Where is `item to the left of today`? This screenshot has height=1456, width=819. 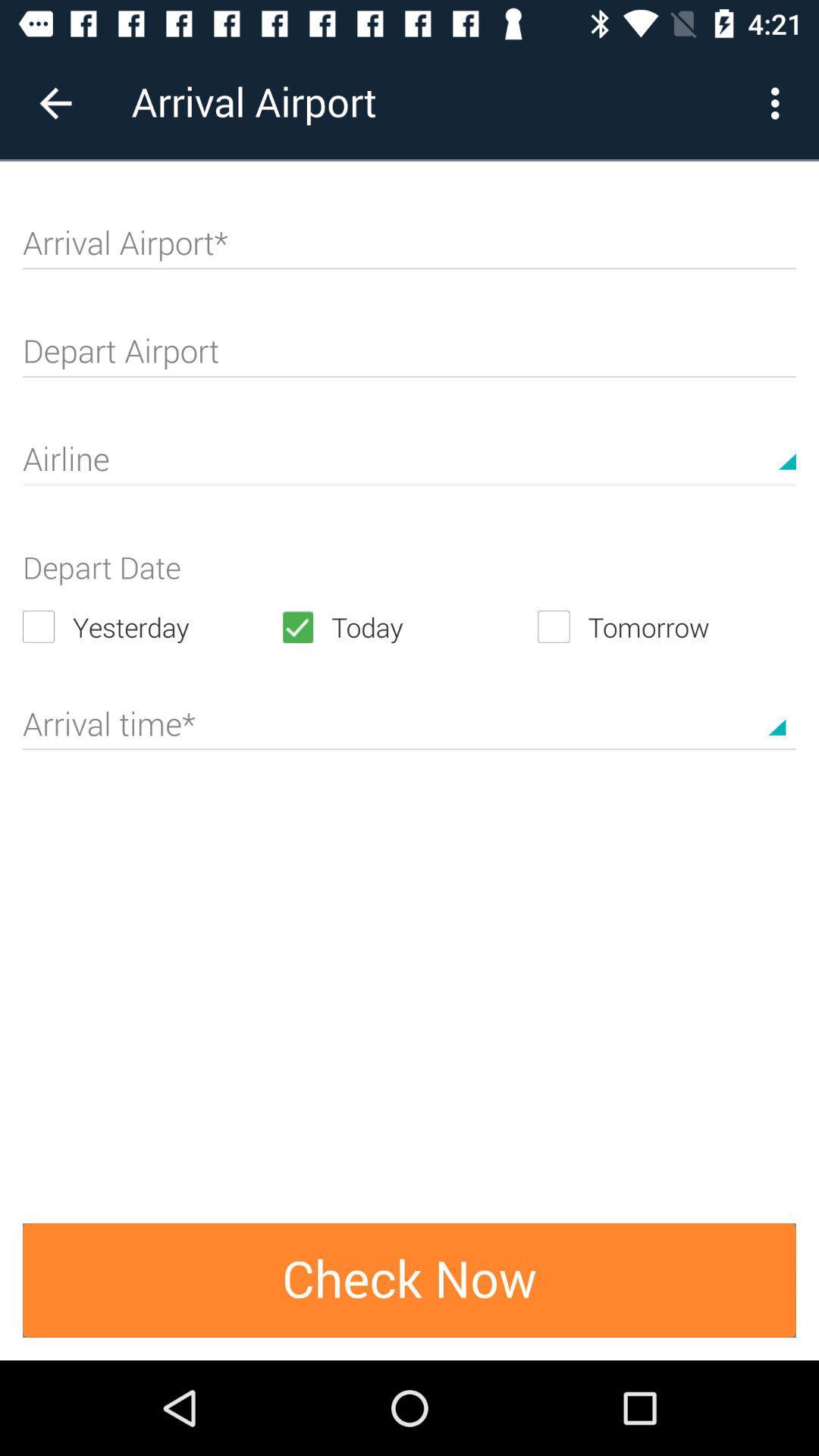
item to the left of today is located at coordinates (151, 626).